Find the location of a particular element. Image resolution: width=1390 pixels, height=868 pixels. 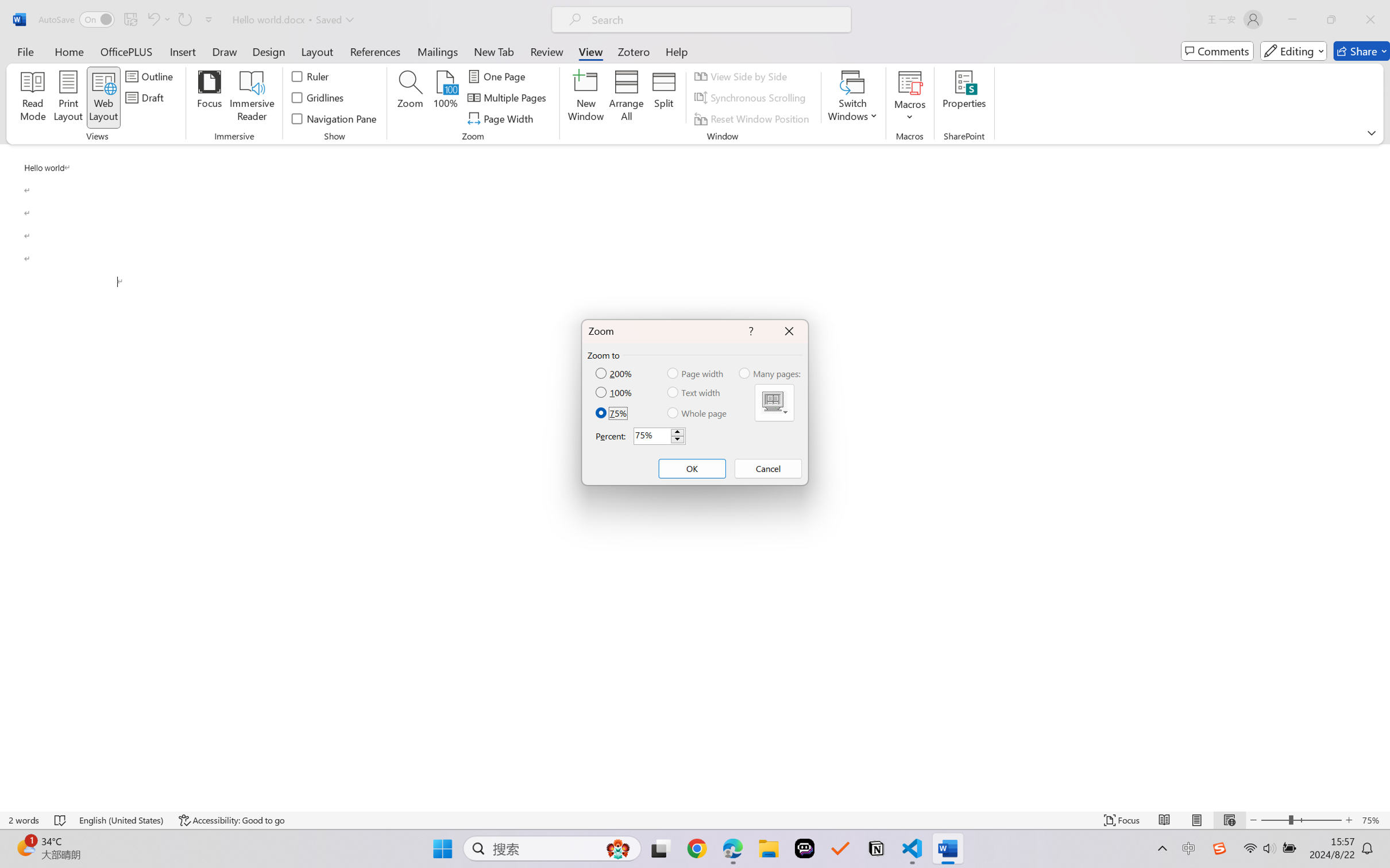

'Insert' is located at coordinates (182, 51).